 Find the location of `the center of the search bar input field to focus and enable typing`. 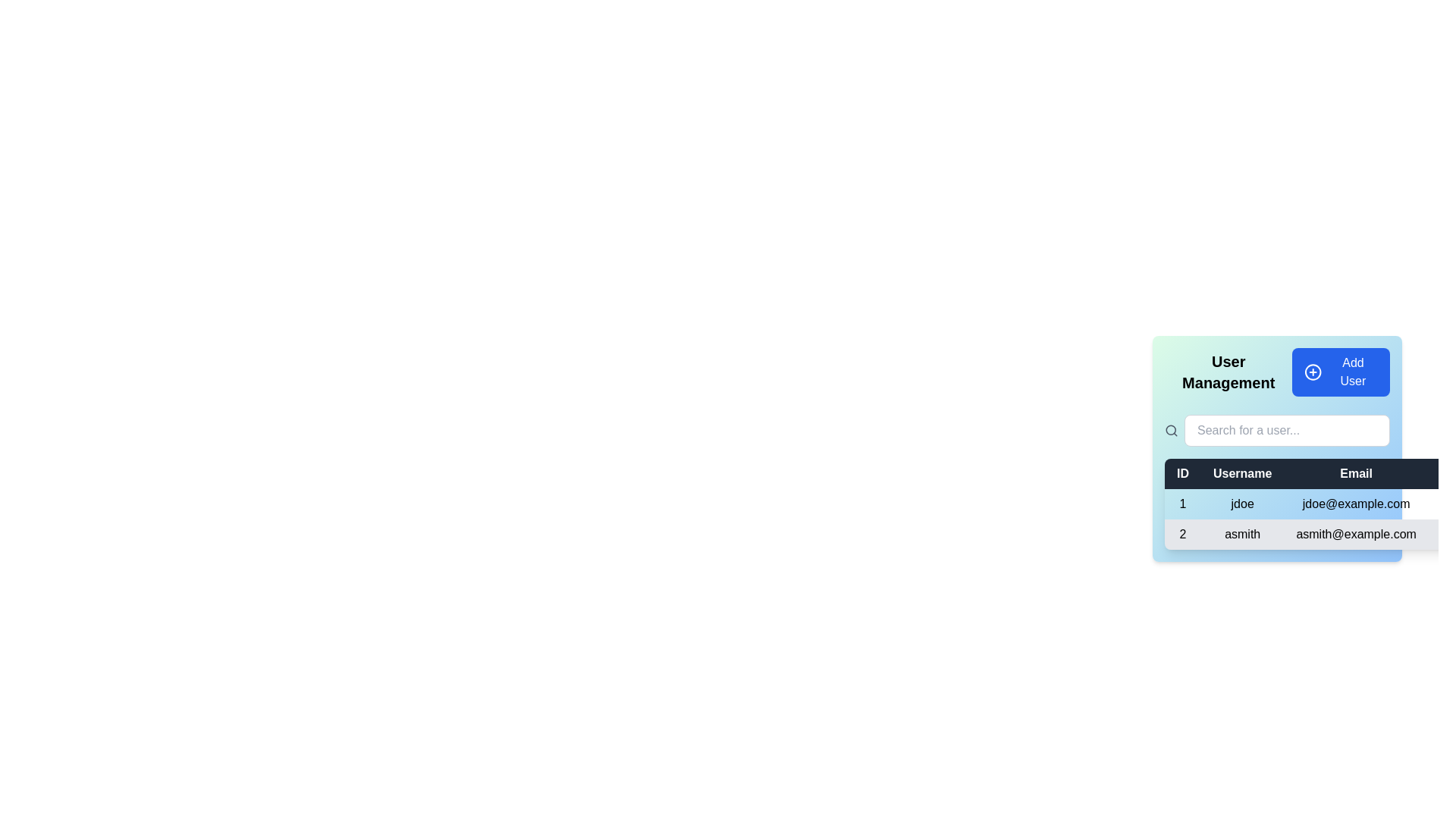

the center of the search bar input field to focus and enable typing is located at coordinates (1286, 430).